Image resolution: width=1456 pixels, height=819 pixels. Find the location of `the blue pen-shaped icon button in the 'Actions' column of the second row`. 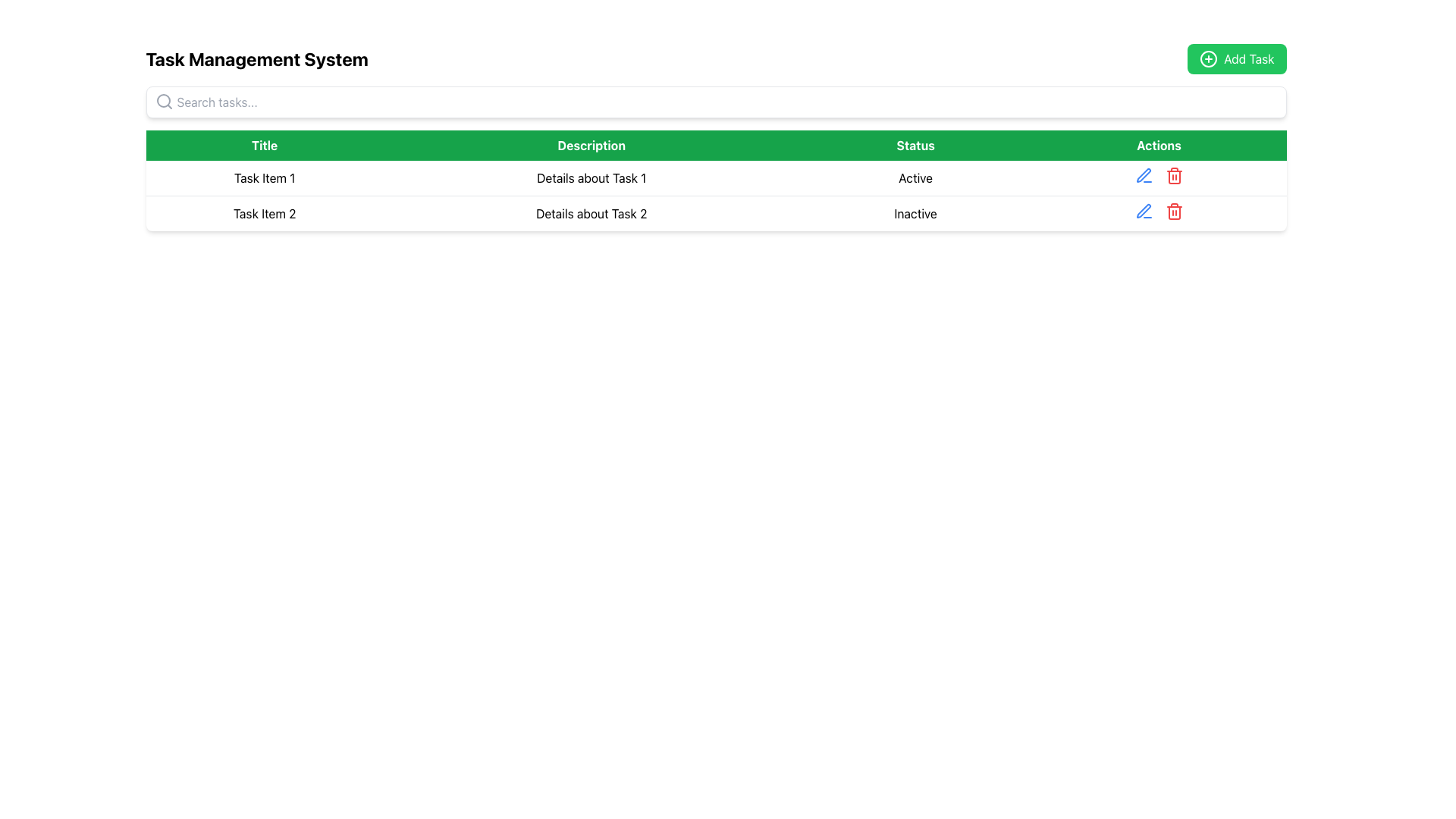

the blue pen-shaped icon button in the 'Actions' column of the second row is located at coordinates (1144, 211).